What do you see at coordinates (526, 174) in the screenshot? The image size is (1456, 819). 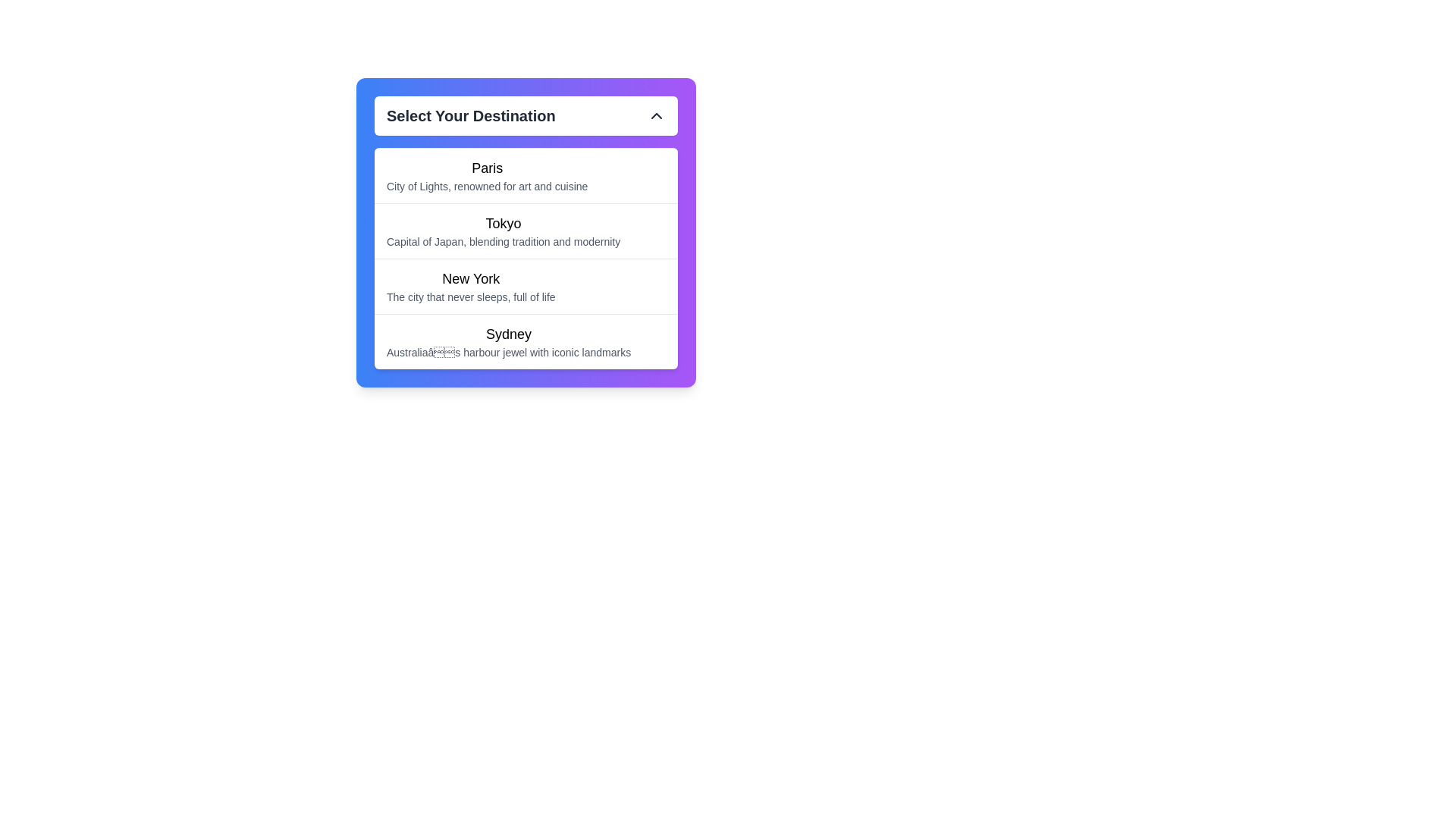 I see `the text block representing 'Paris' in the selectable list under the header 'Select Your Destination.'` at bounding box center [526, 174].